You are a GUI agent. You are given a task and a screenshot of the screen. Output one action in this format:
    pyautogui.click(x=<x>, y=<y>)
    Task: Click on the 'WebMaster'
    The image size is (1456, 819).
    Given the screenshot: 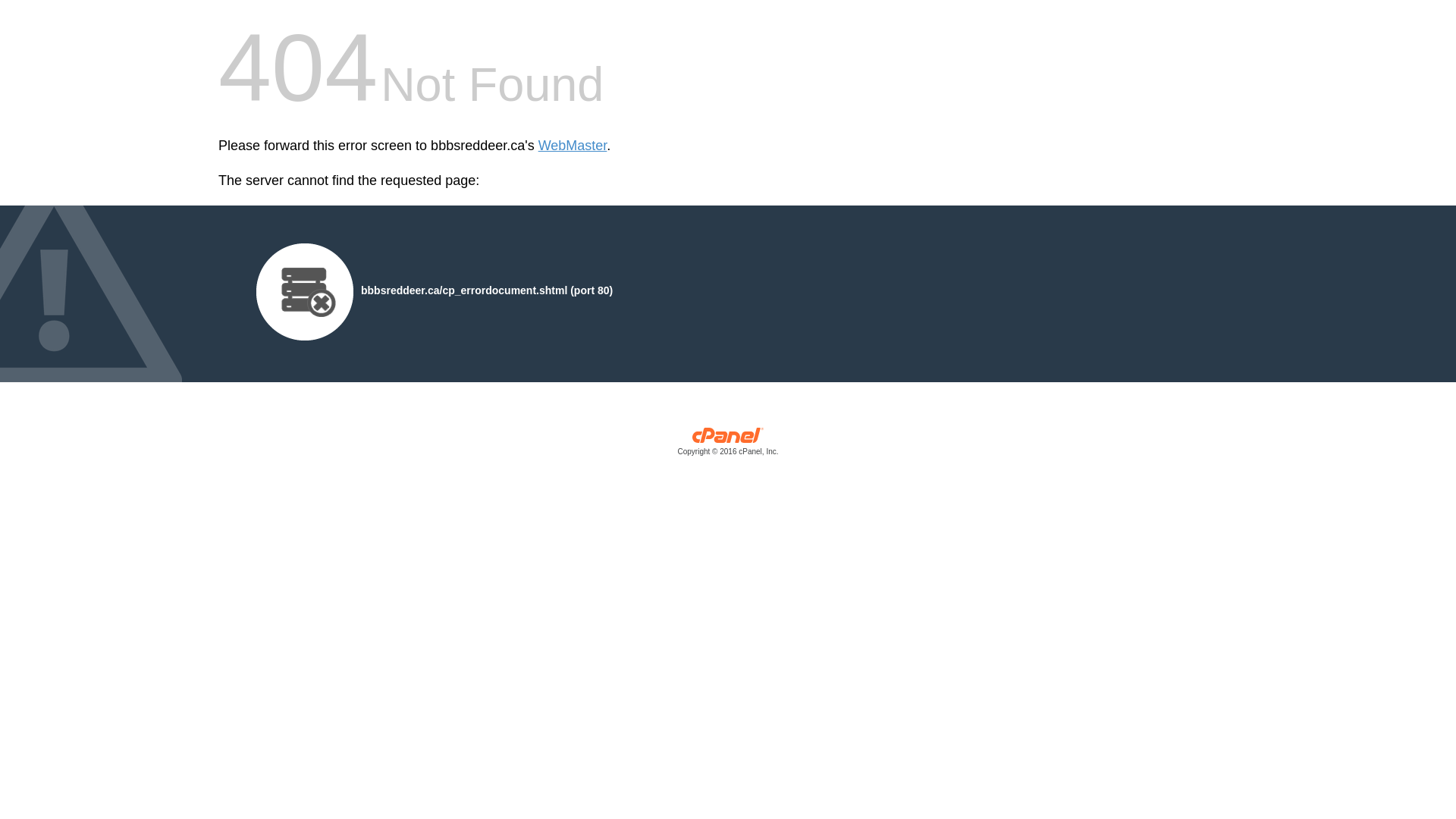 What is the action you would take?
    pyautogui.click(x=572, y=146)
    